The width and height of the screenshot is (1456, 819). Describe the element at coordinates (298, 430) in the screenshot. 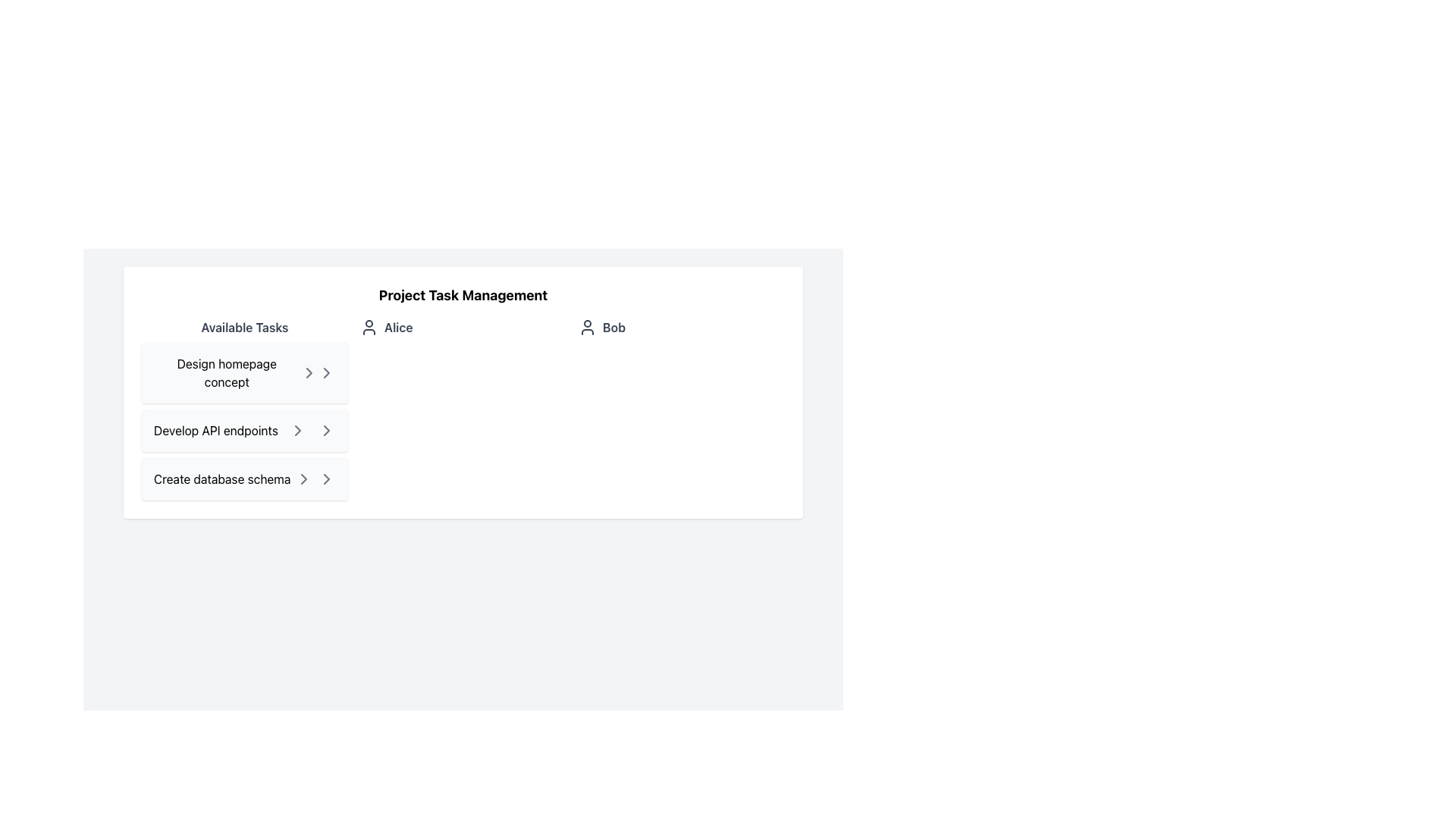

I see `the right chevron icon with rounded edges, located to the right of the text 'Develop API endpoints' in the 'Available Tasks' section` at that location.